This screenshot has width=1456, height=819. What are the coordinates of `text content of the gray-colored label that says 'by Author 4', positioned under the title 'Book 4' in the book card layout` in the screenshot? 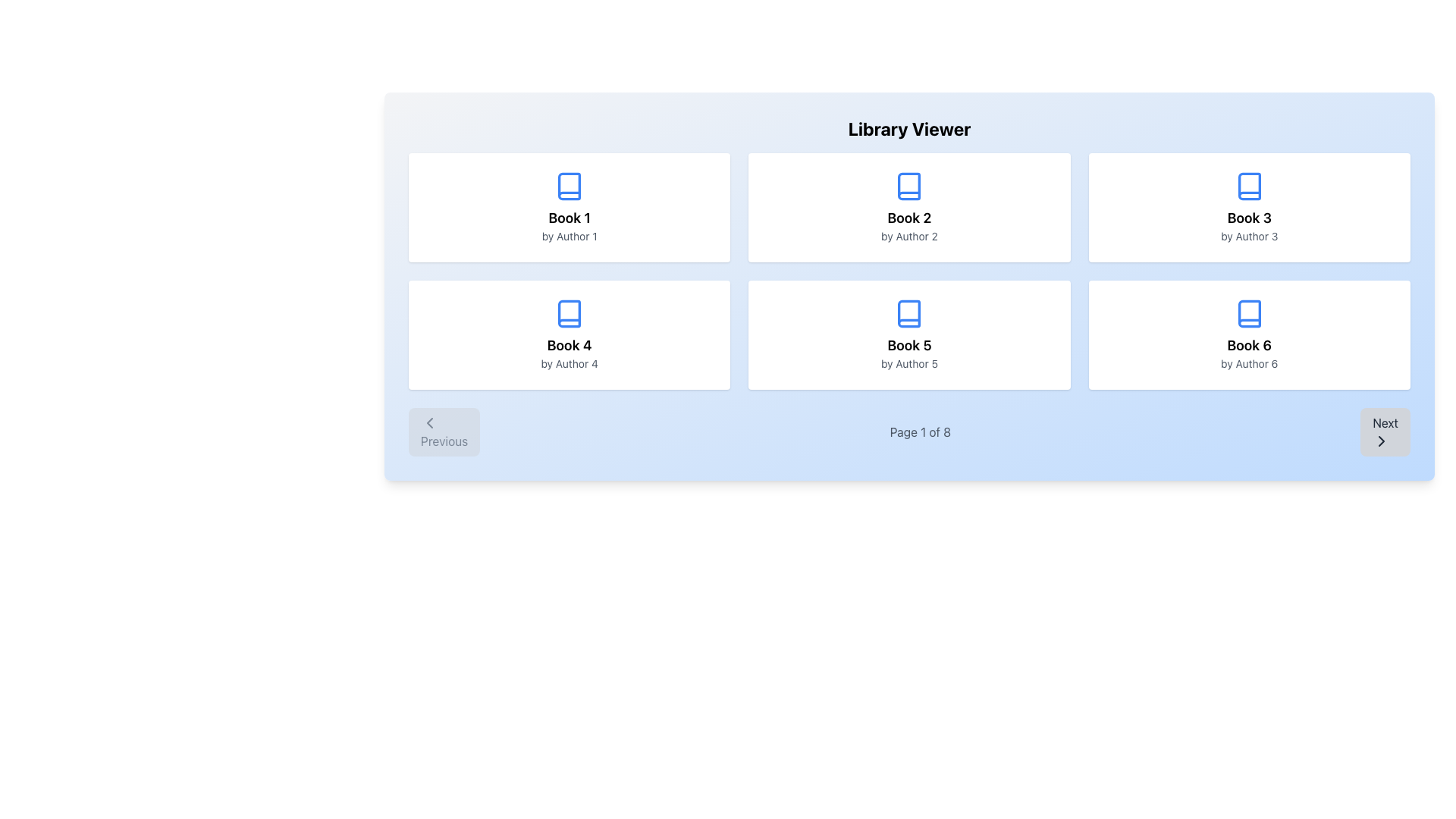 It's located at (569, 363).